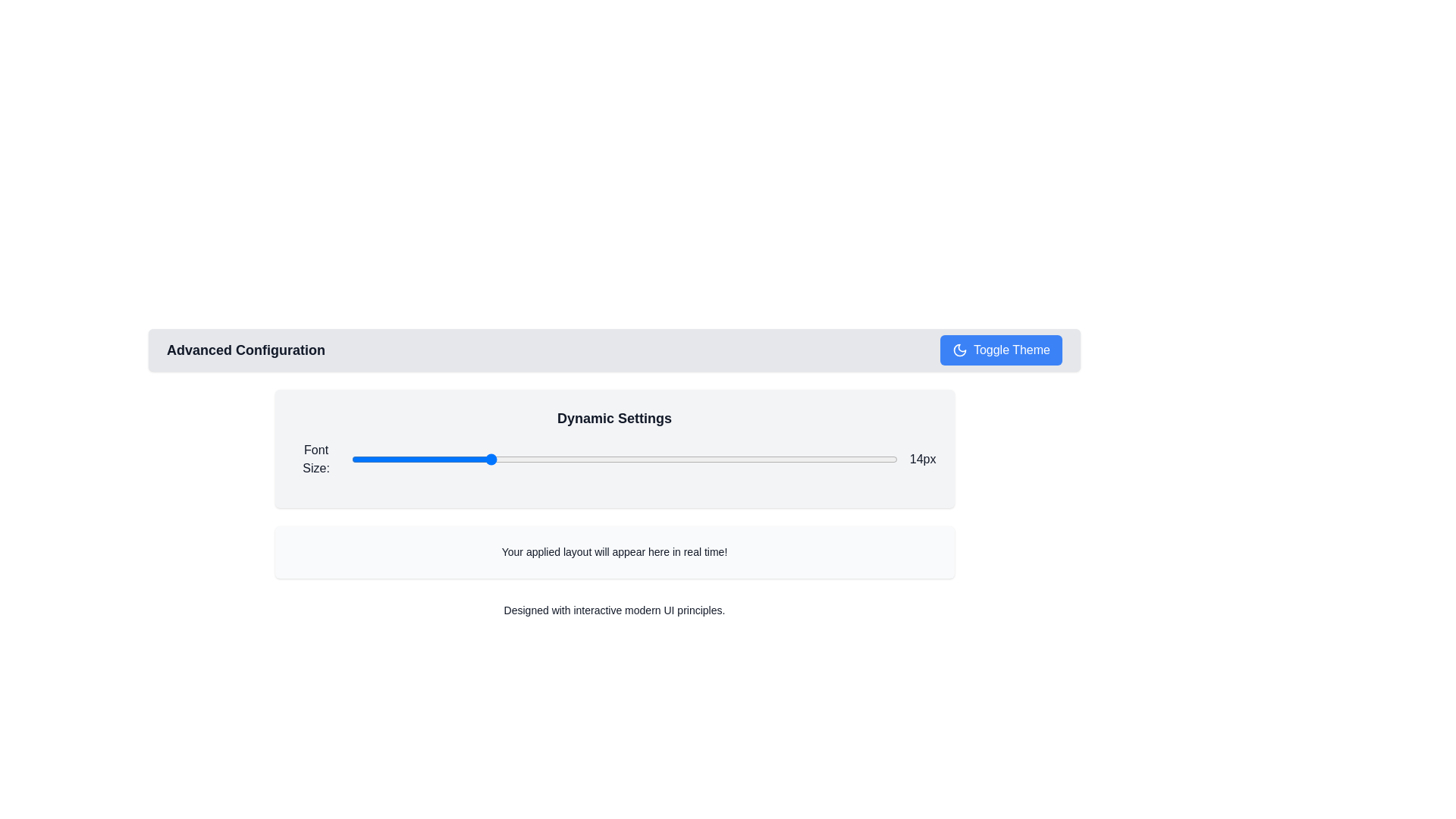 The width and height of the screenshot is (1456, 819). I want to click on the moon icon within the 'Toggle Theme' button, which has a rounded blue background and white text, located in the upper-right section of the interface, so click(959, 350).